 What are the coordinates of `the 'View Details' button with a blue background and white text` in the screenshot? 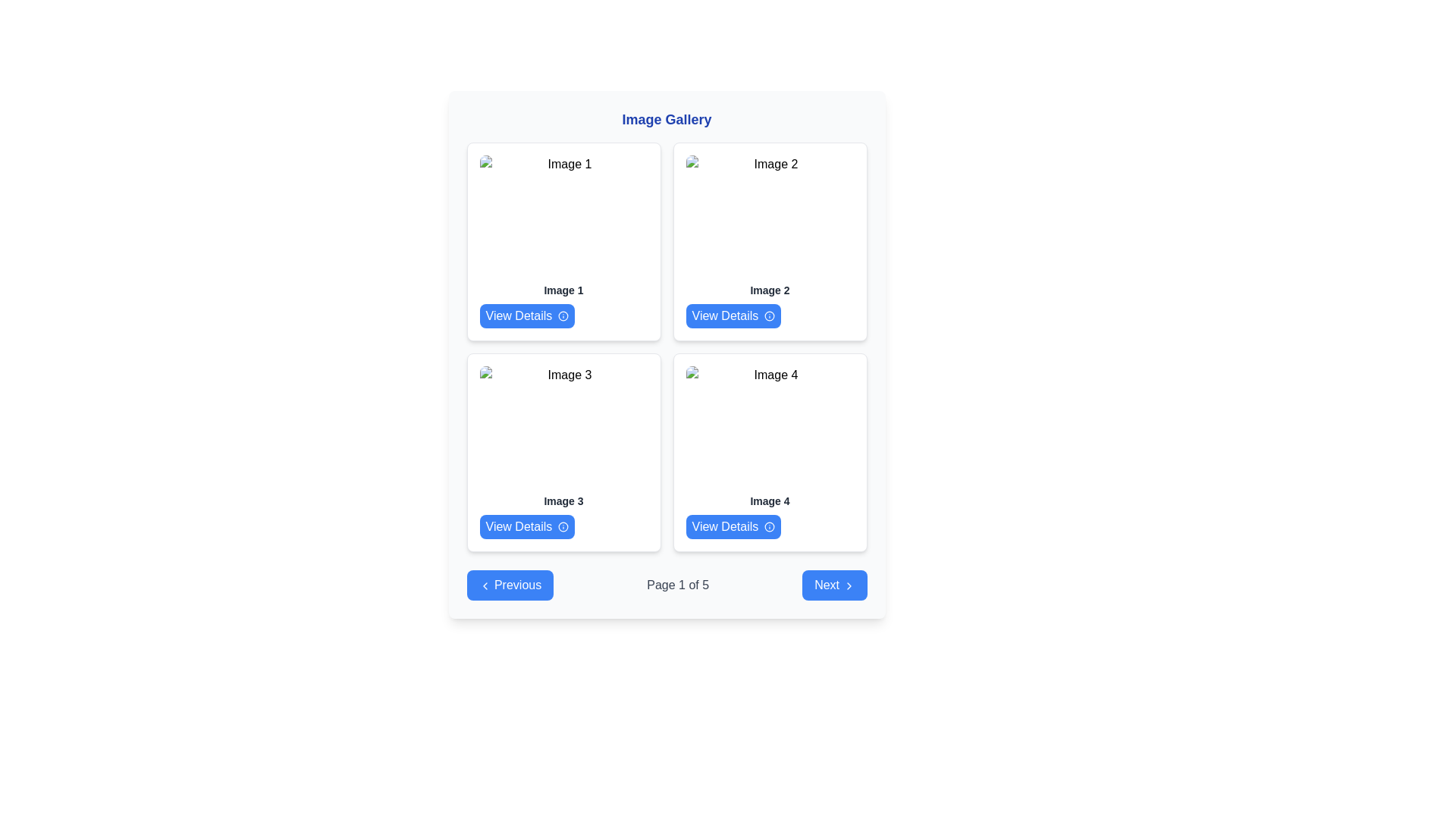 It's located at (733, 315).